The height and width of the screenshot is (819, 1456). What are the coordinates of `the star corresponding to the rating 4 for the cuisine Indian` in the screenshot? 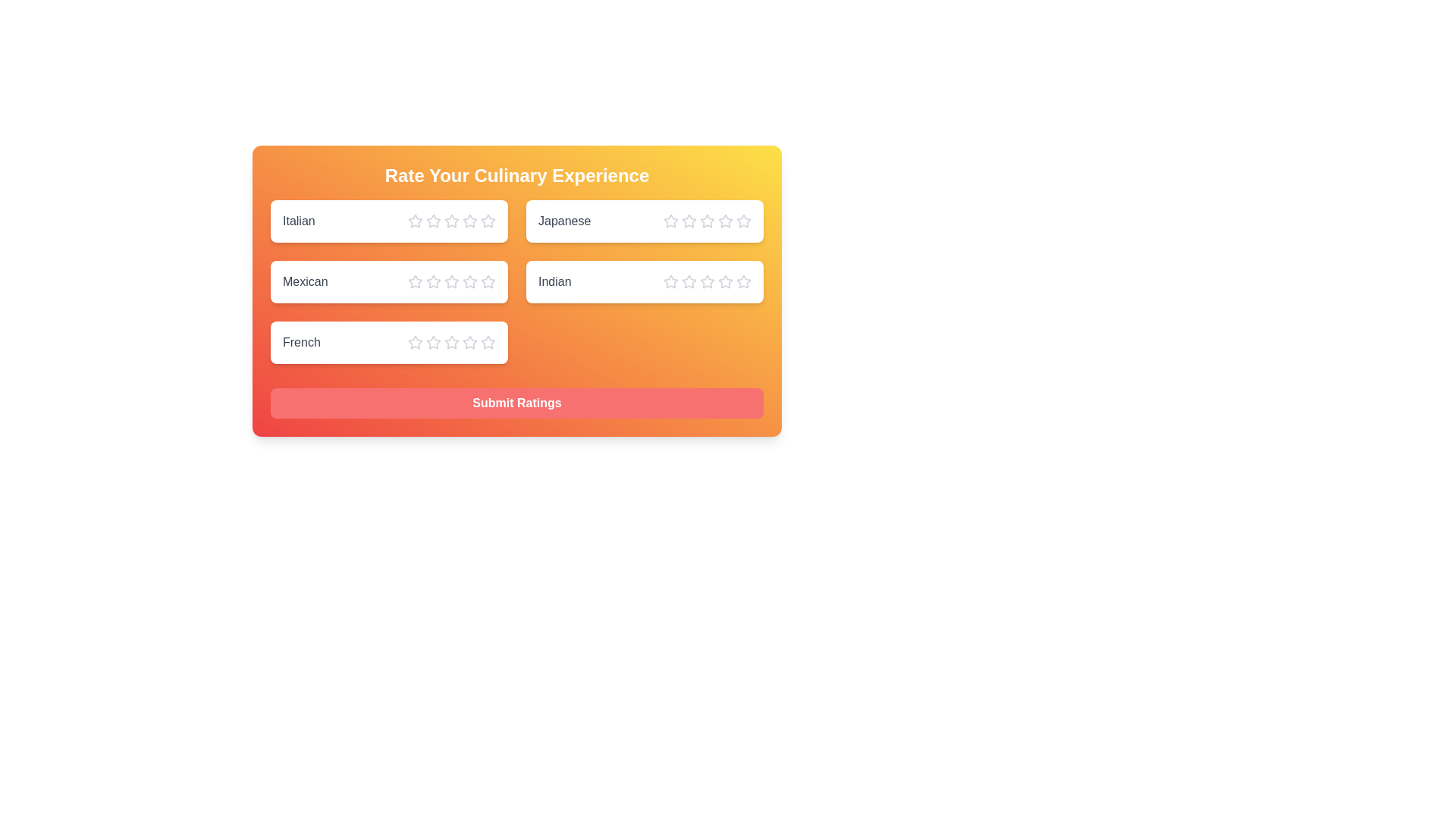 It's located at (724, 281).